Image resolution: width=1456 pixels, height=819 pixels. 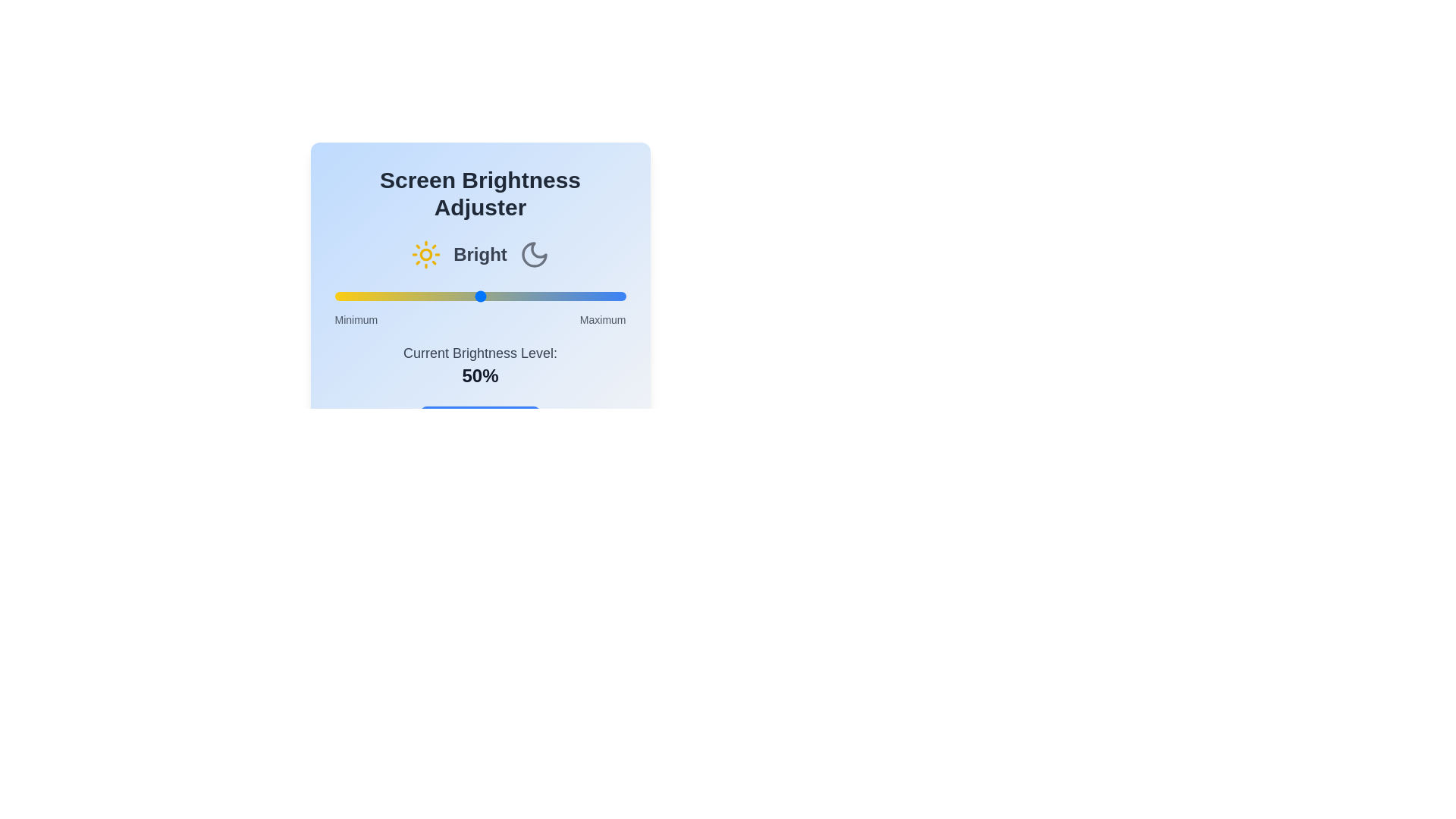 I want to click on the brightness slider to 13%, so click(x=372, y=296).